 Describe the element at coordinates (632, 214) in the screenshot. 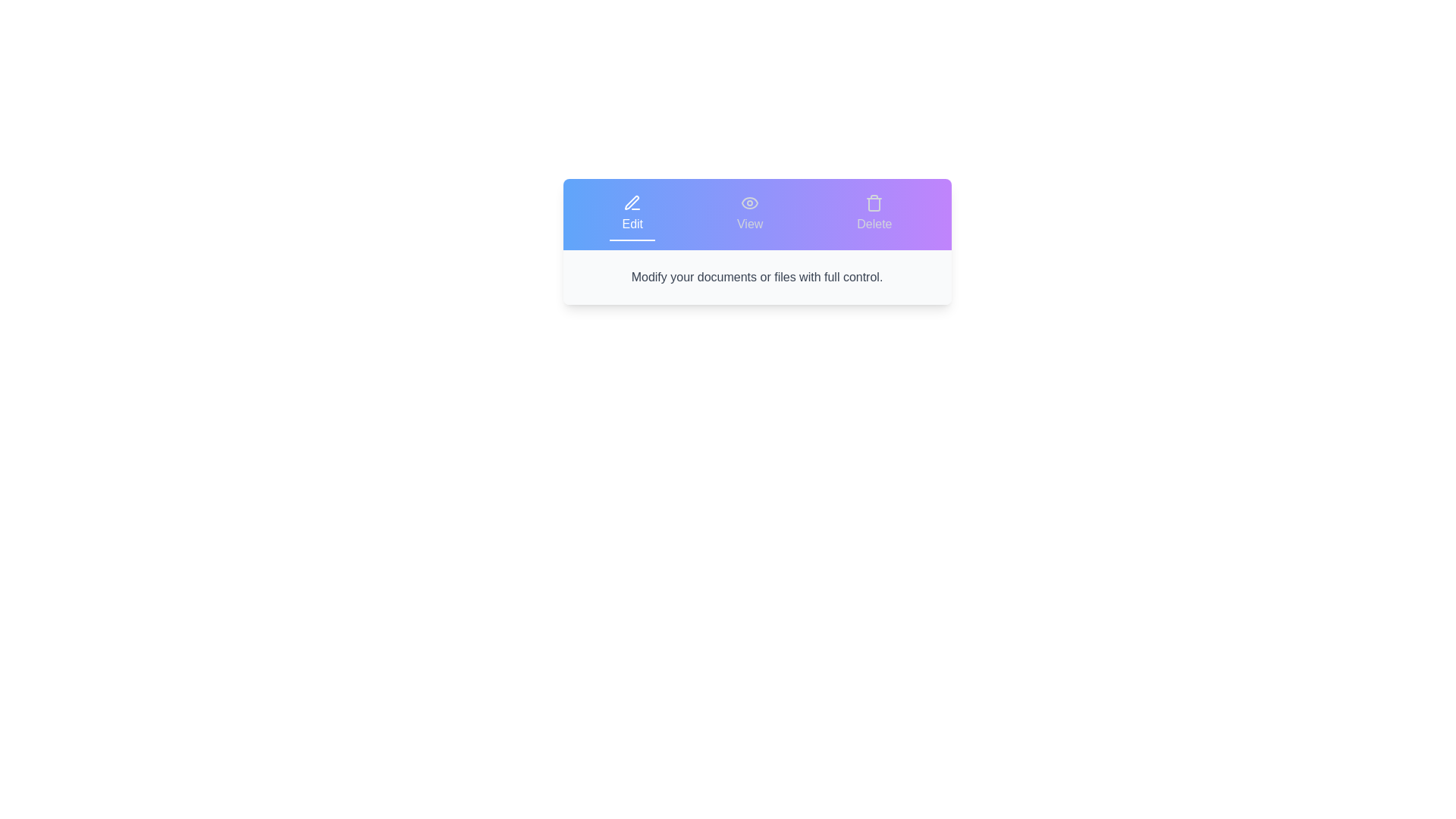

I see `the tab labeled Edit to view its content` at that location.